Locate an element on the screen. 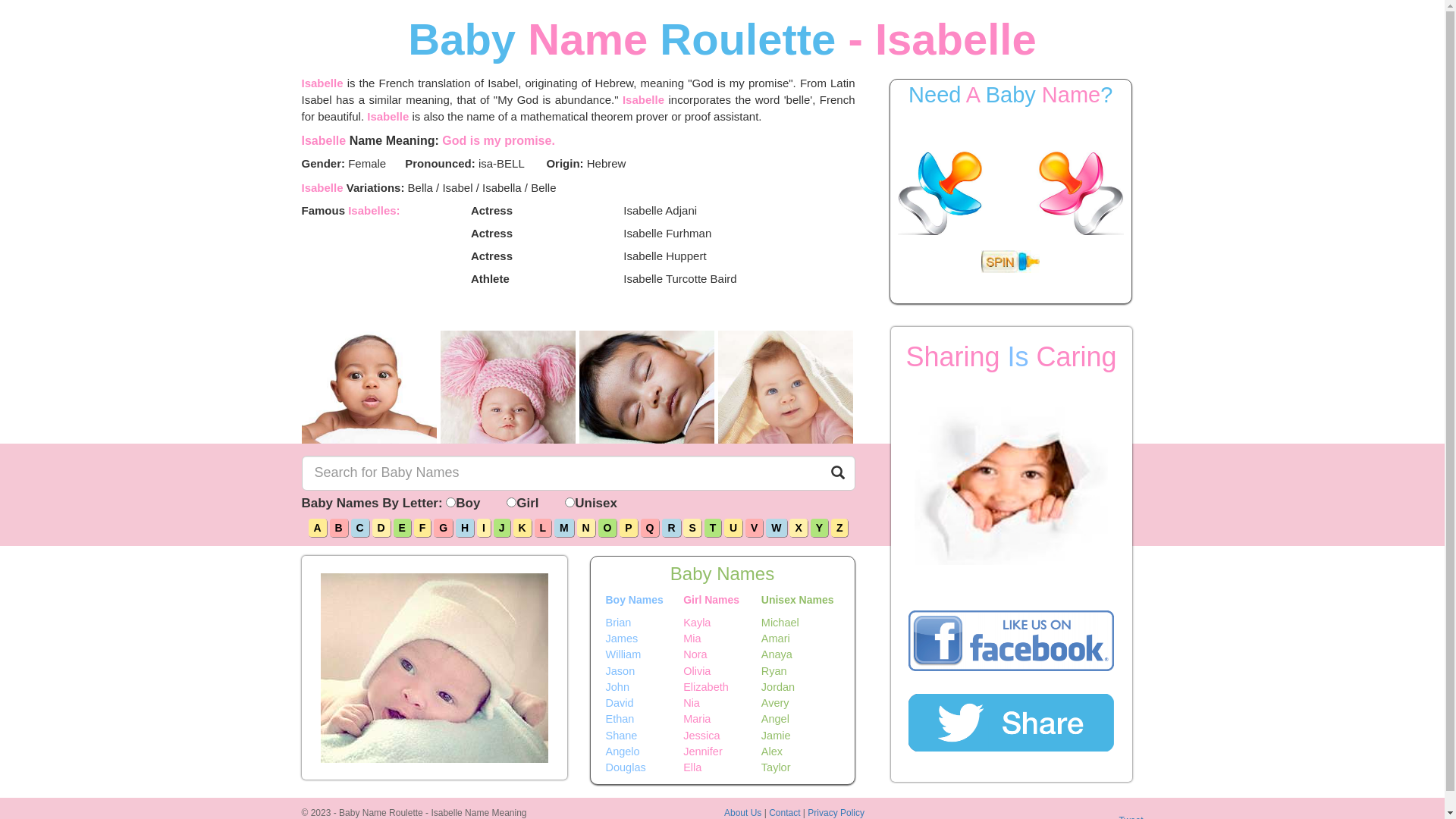 The width and height of the screenshot is (1456, 819). 'X' is located at coordinates (797, 526).